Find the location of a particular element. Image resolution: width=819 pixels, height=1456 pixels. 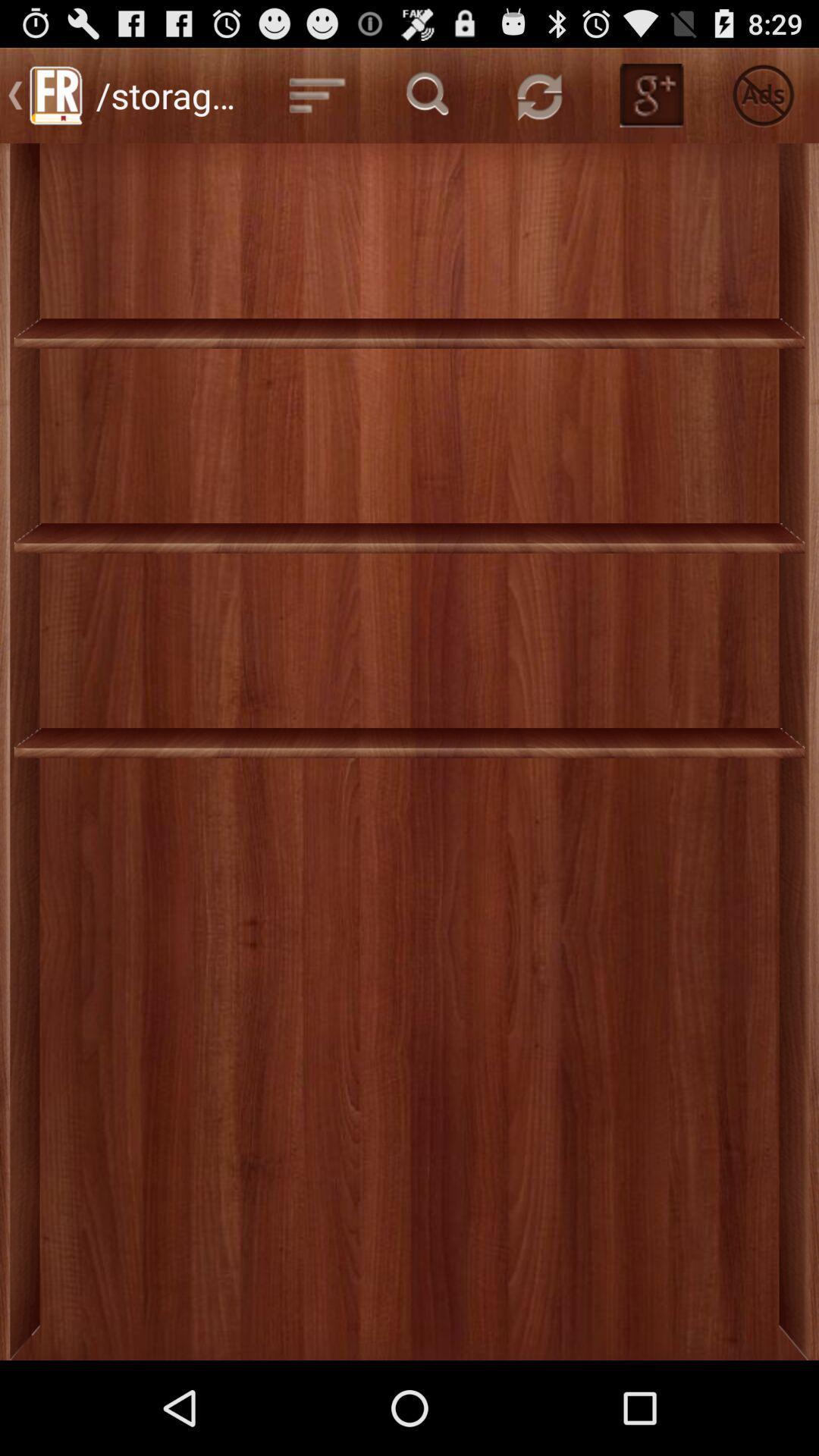

icon next to the storage emulated 0 icon is located at coordinates (316, 94).